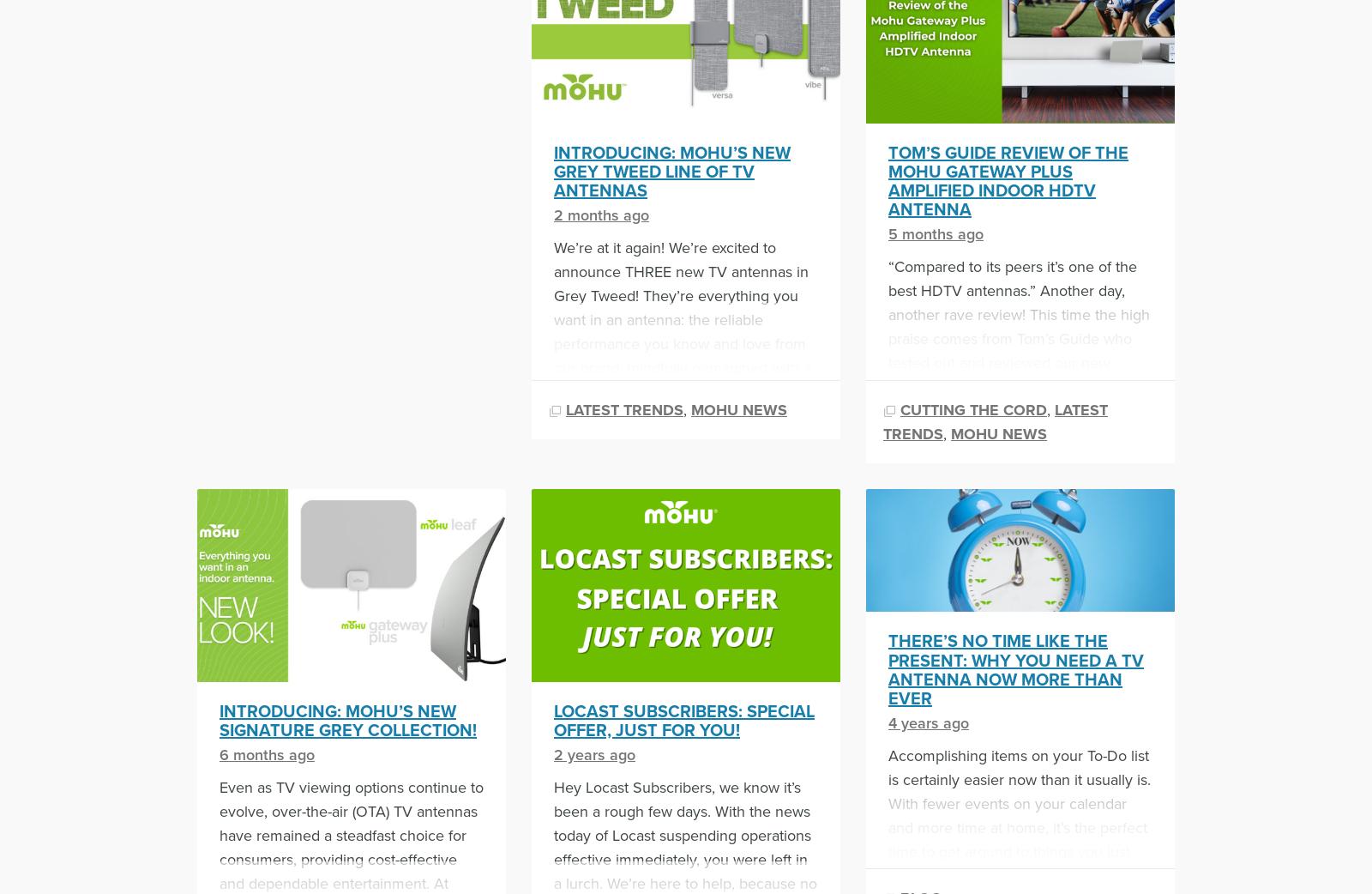 Image resolution: width=1372 pixels, height=894 pixels. I want to click on '2 months ago', so click(601, 213).